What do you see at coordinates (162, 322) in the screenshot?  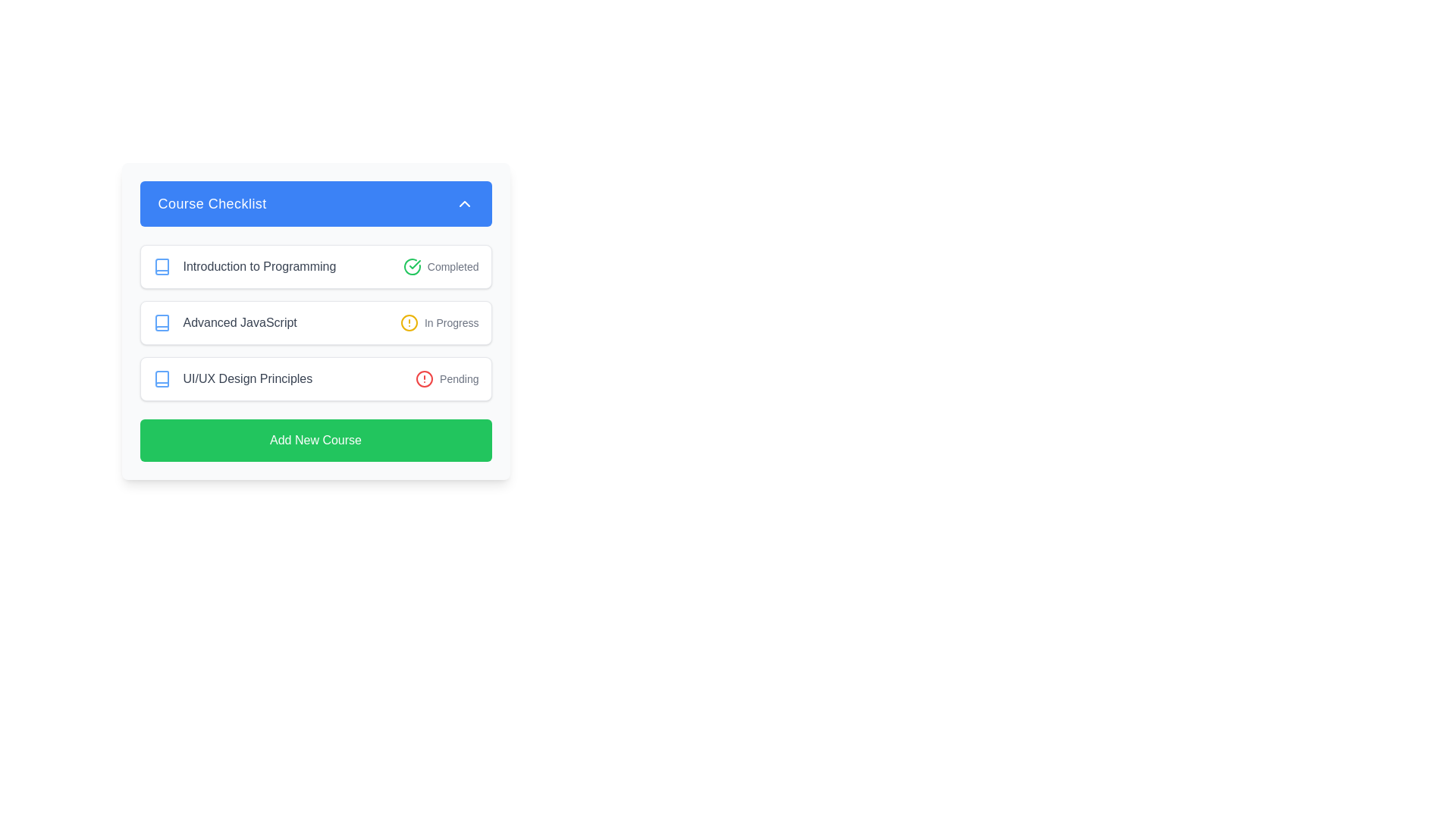 I see `the icon representing the 'Advanced JavaScript' course in the checklist by clicking on it` at bounding box center [162, 322].